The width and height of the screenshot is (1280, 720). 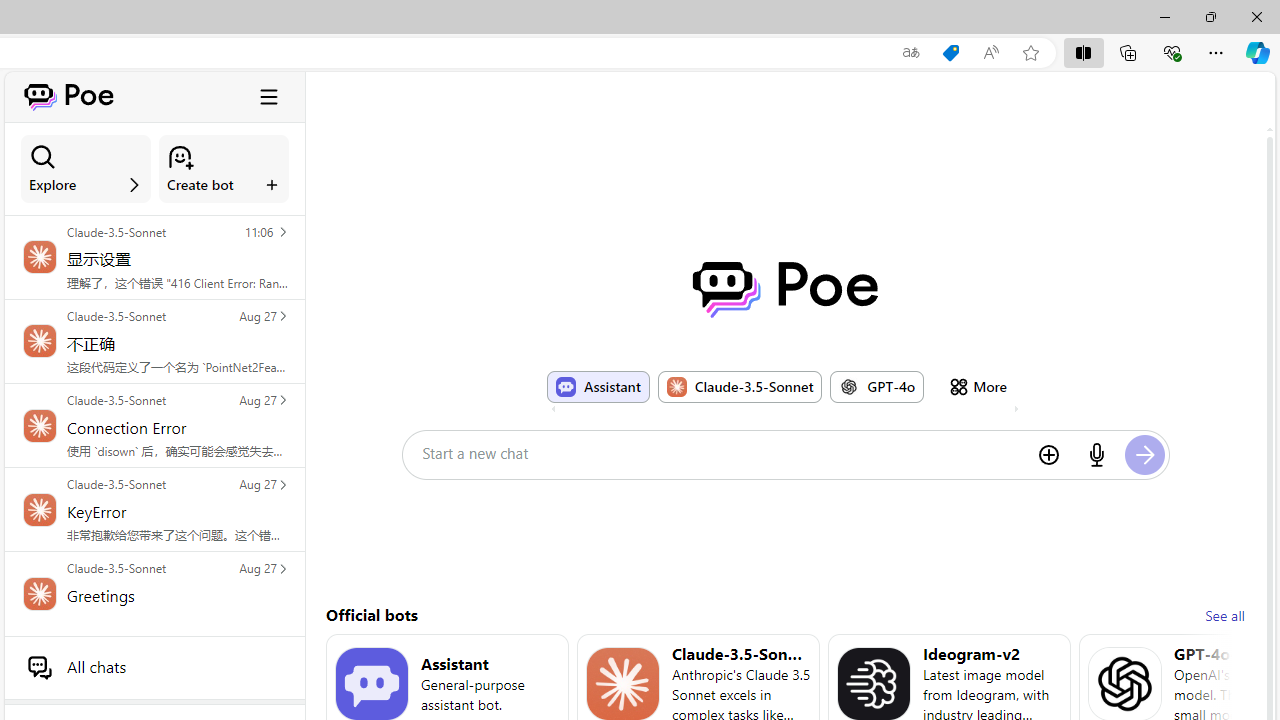 What do you see at coordinates (268, 96) in the screenshot?
I see `'Toggle sidebar collapse'` at bounding box center [268, 96].